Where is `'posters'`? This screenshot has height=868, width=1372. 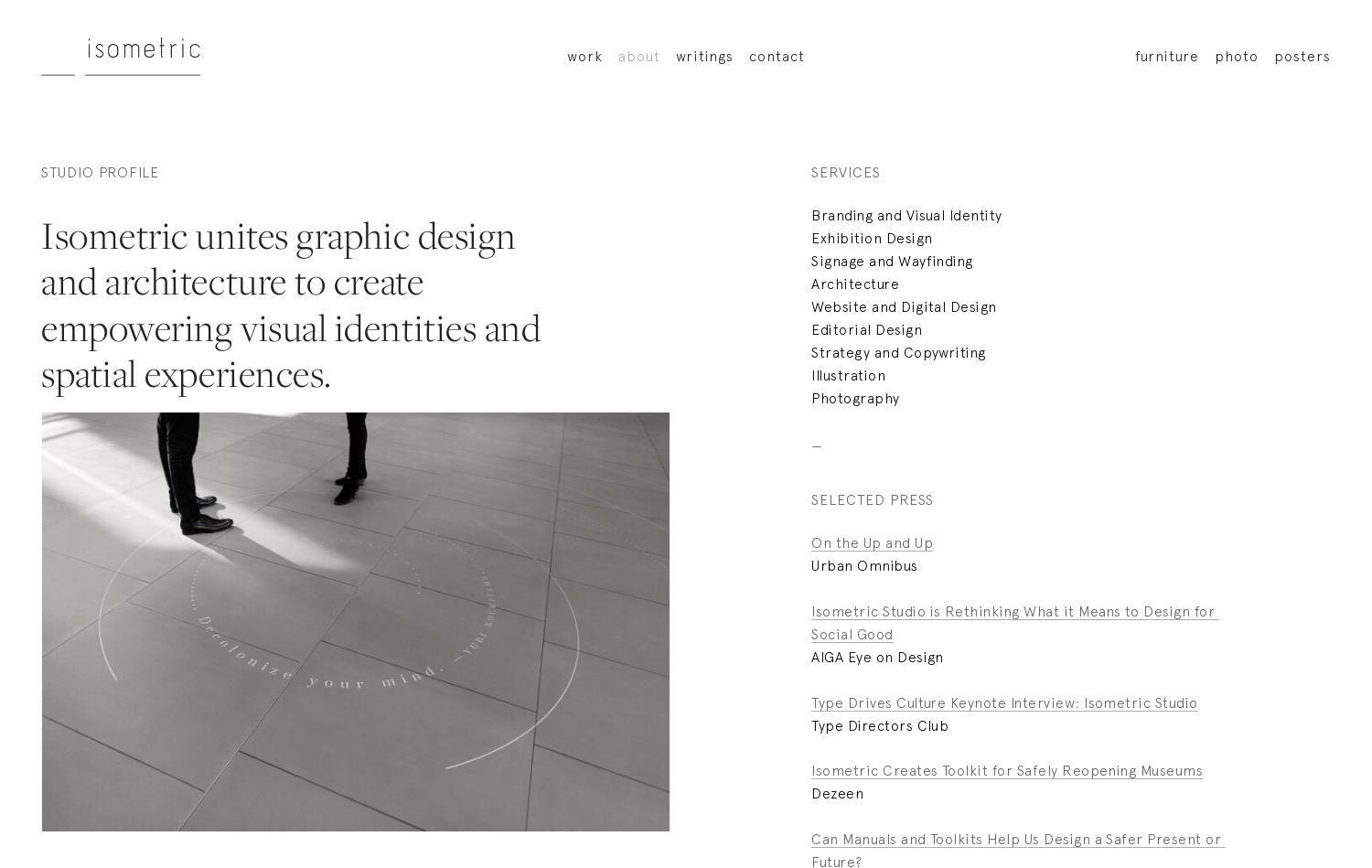
'posters' is located at coordinates (1302, 54).